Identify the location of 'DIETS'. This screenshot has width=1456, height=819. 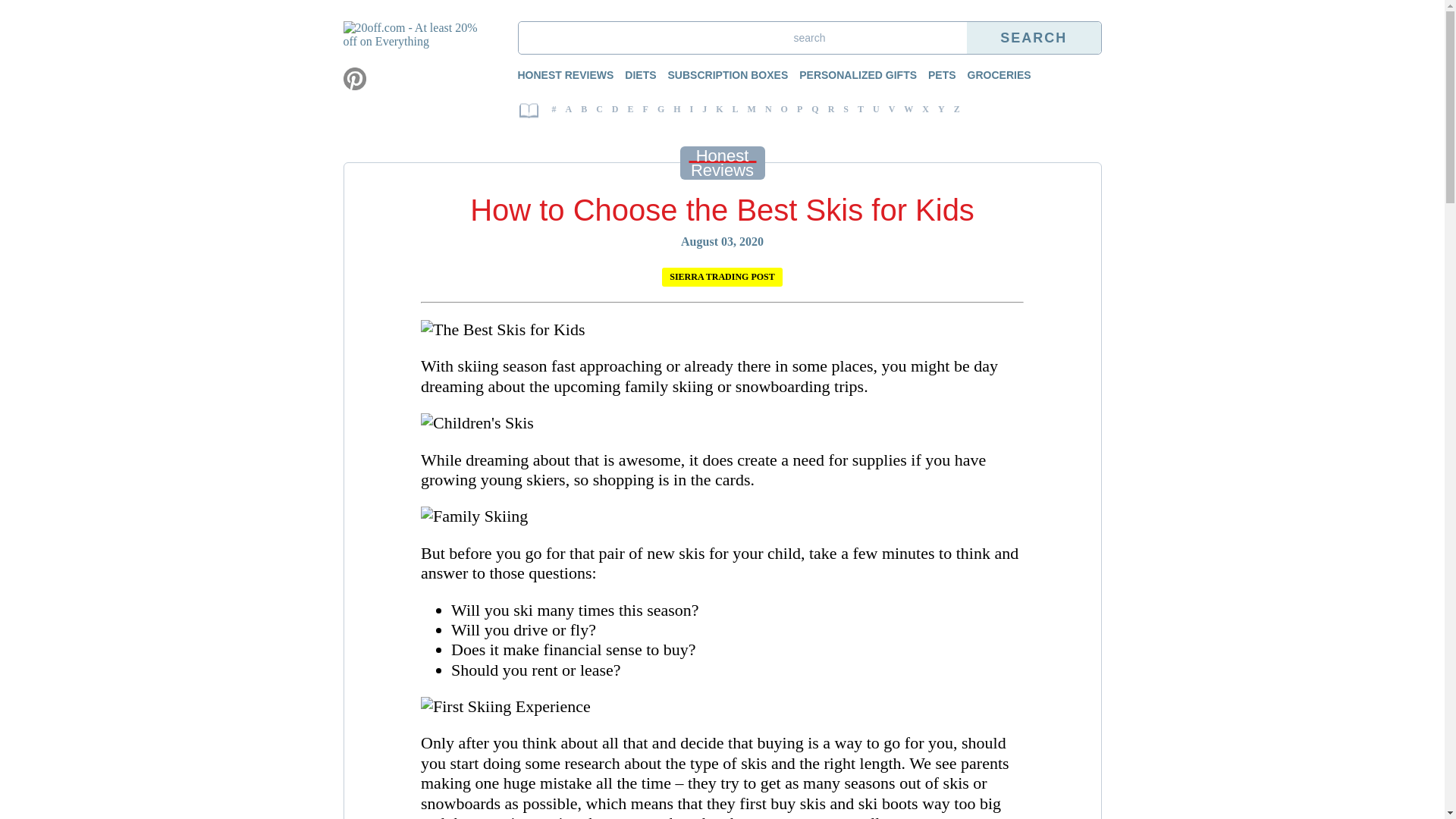
(632, 73).